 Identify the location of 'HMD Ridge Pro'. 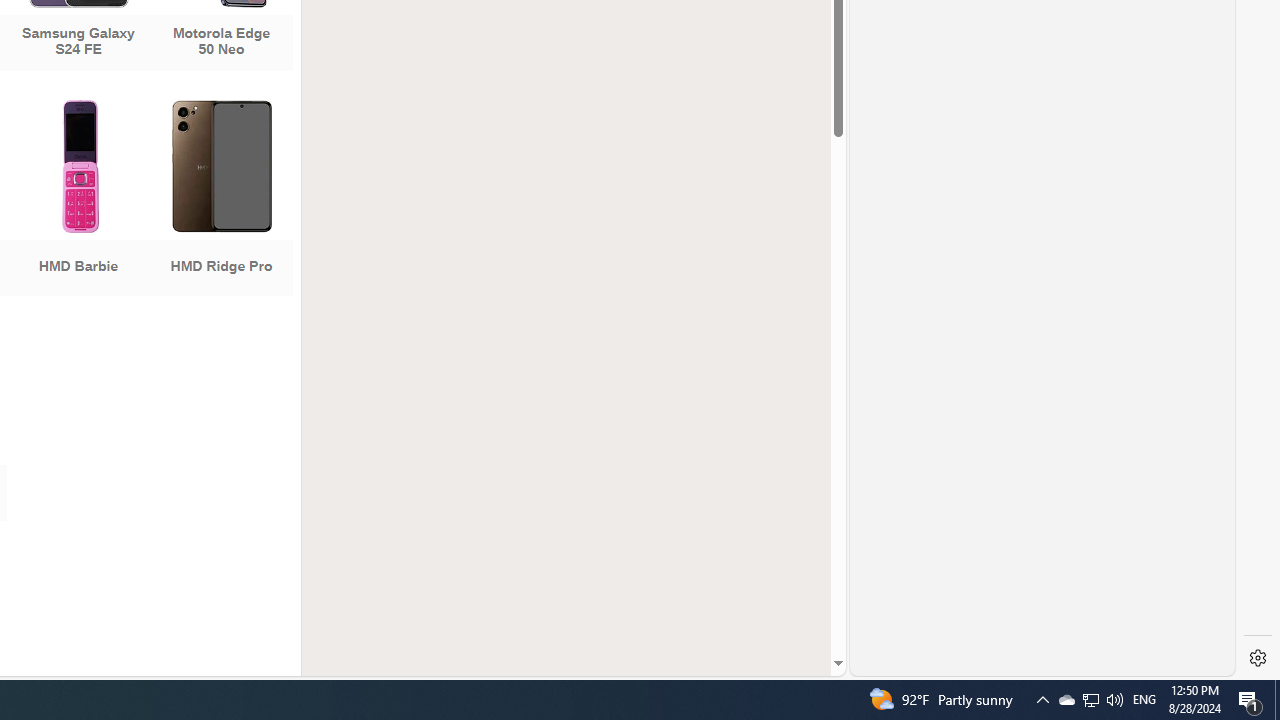
(221, 200).